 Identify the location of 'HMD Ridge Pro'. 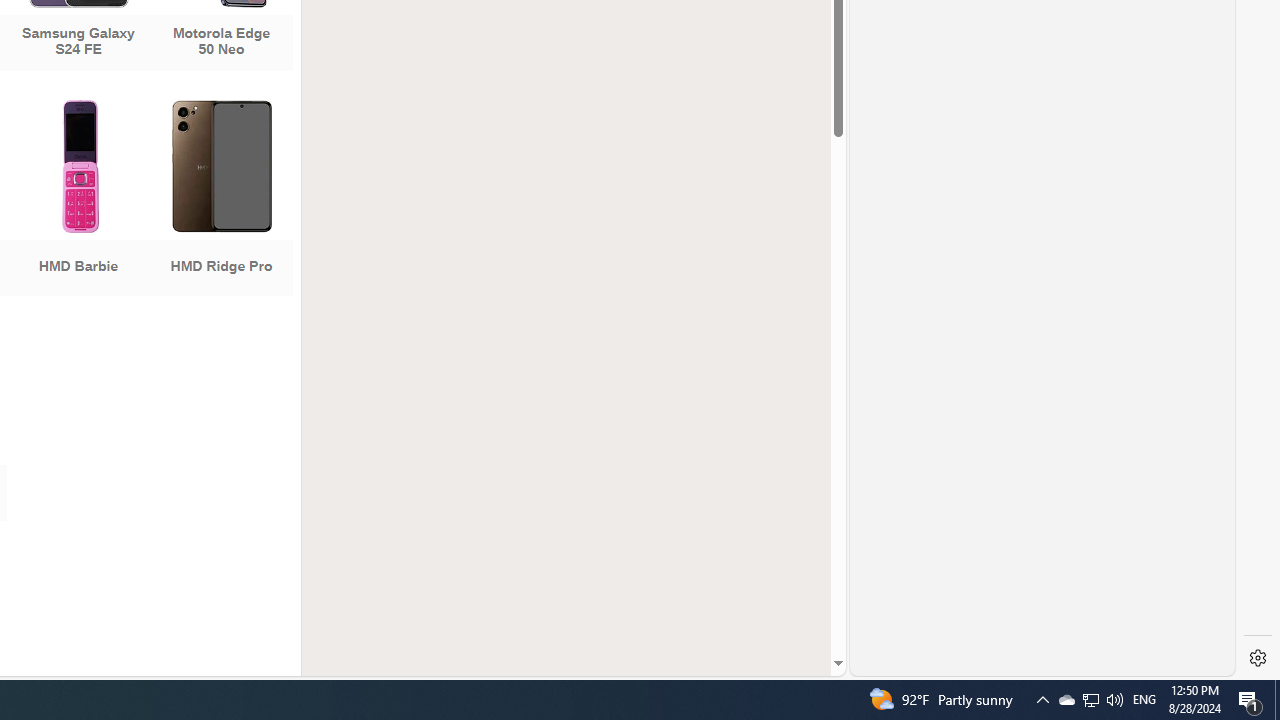
(221, 200).